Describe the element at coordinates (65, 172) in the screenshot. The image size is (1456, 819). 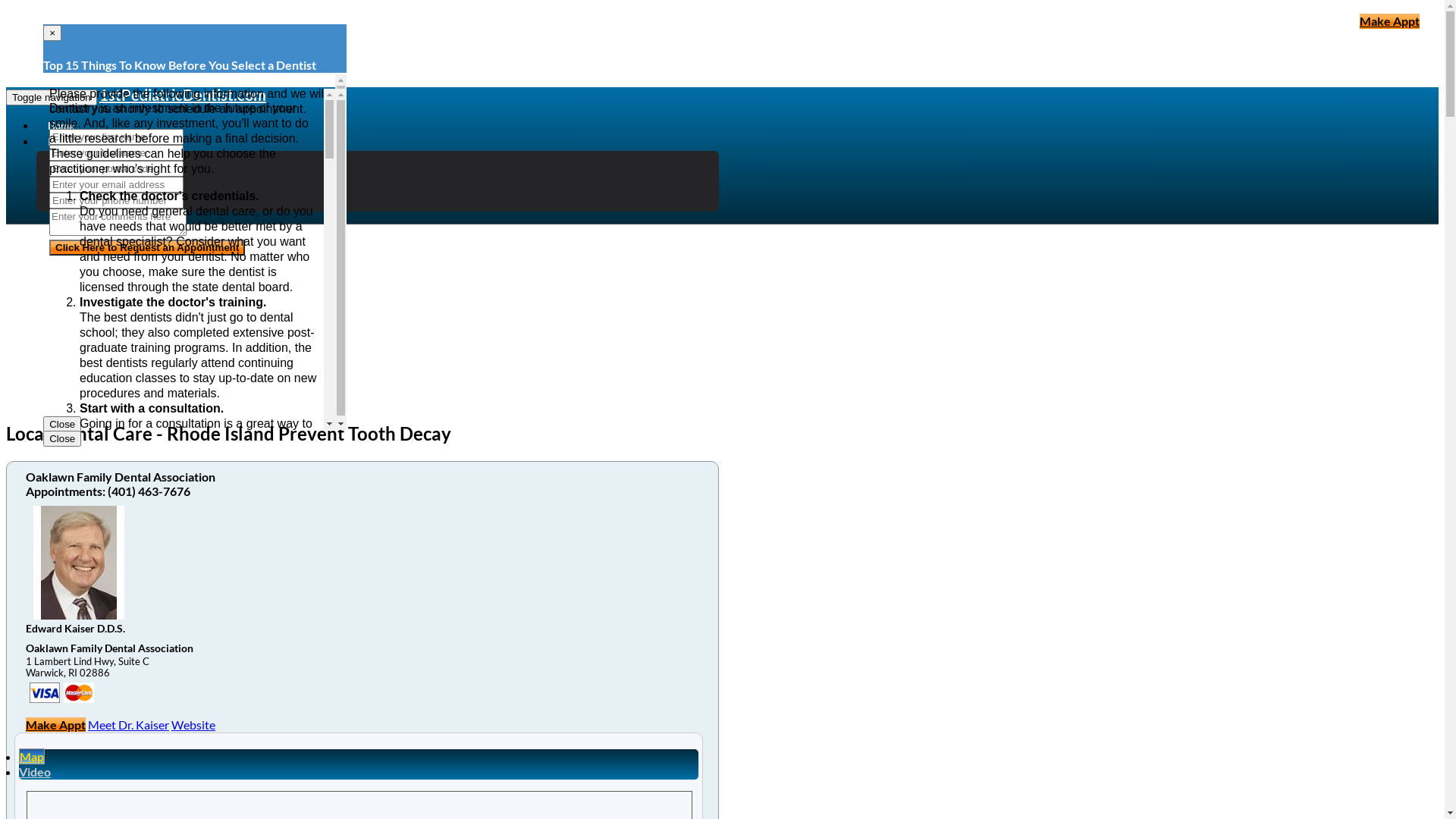
I see `'Kid's Dentistry'` at that location.